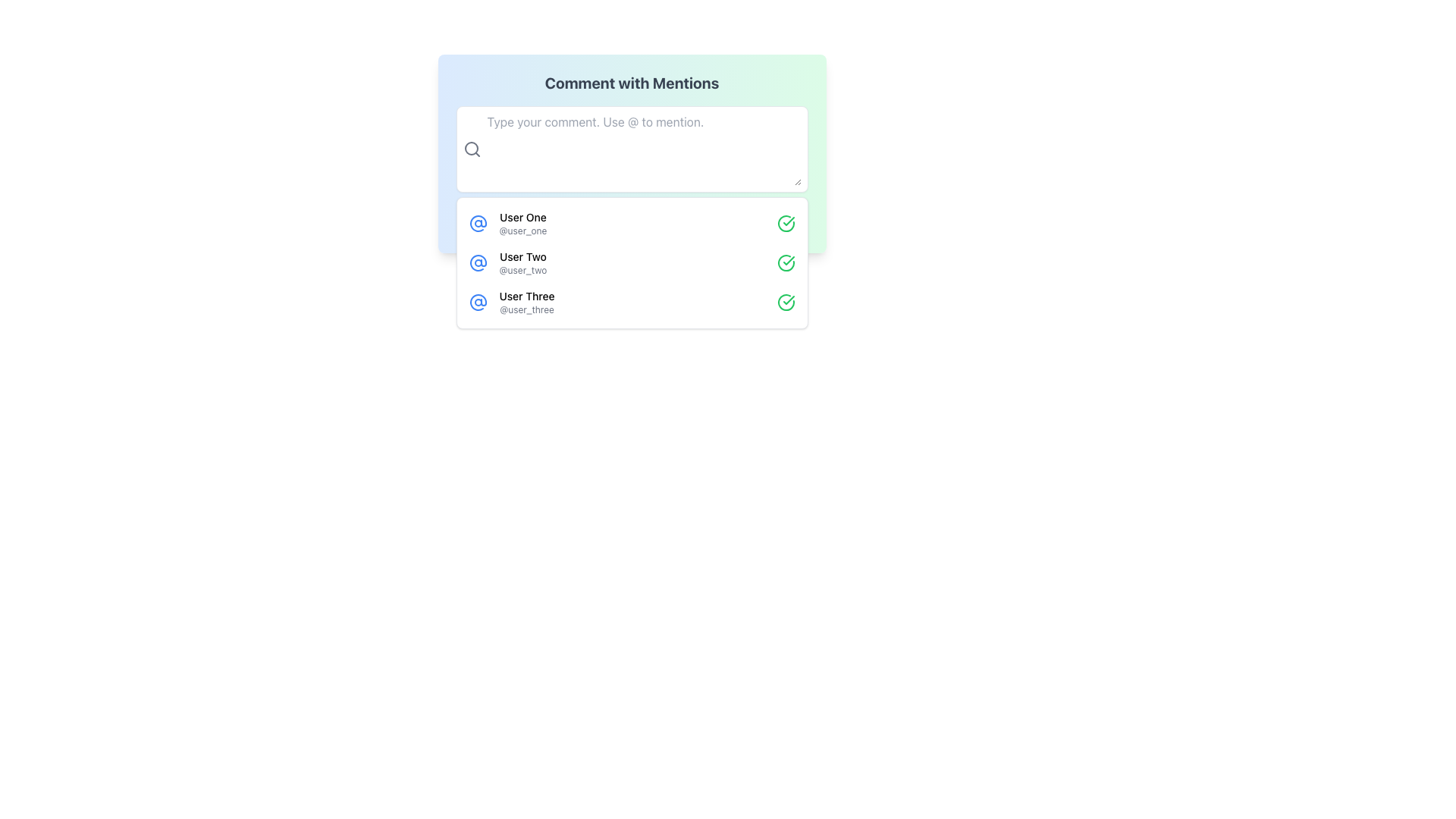 The image size is (1456, 819). What do you see at coordinates (632, 223) in the screenshot?
I see `the first list item displaying the profile information for 'User One' with username '@user_one'` at bounding box center [632, 223].